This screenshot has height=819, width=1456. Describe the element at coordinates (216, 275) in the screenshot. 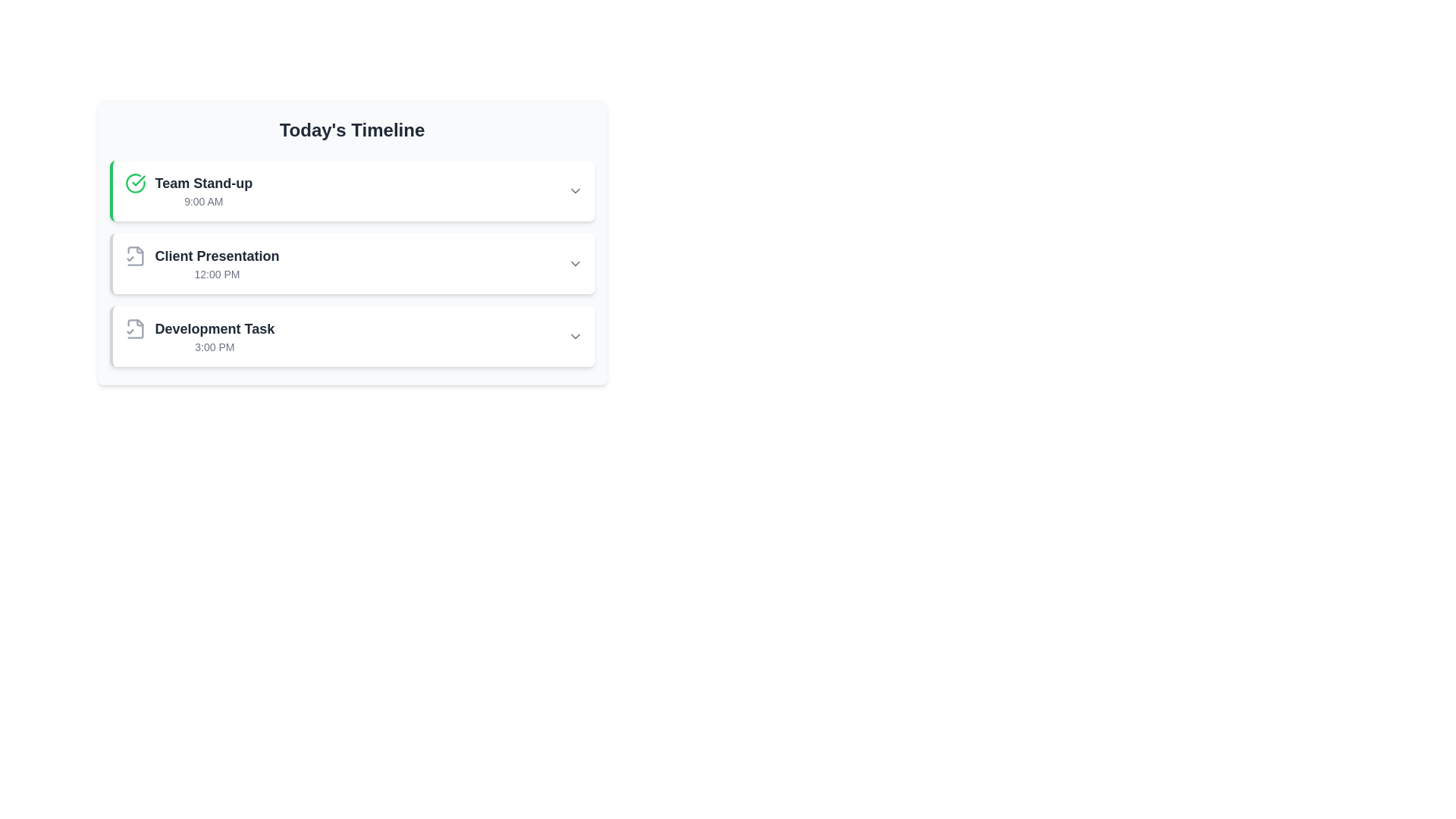

I see `the static text label indicating the scheduled time of the event titled 'Client Presentation' in the timeline interface, located below the event title in the second entry of the timeline` at that location.